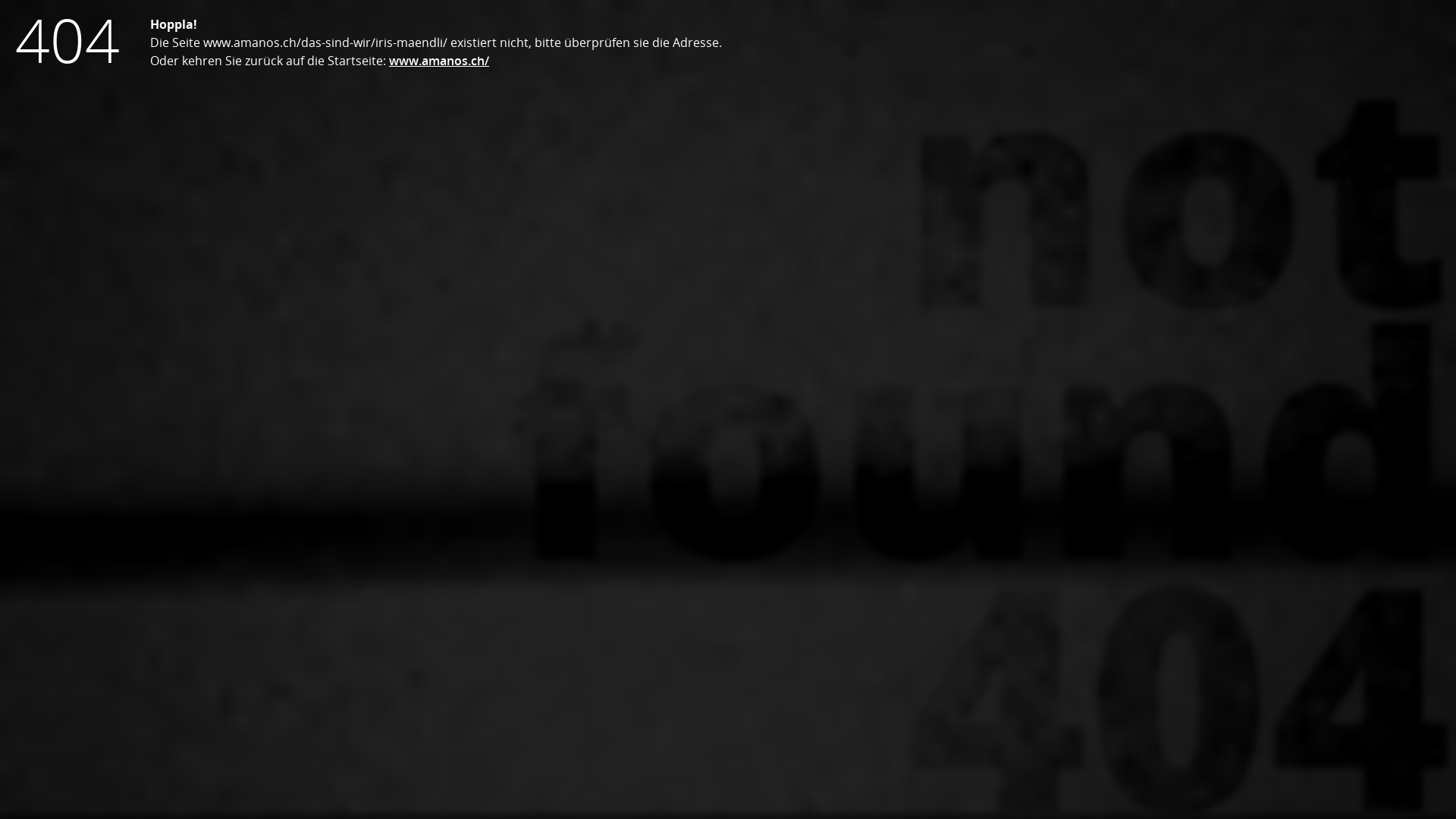  Describe the element at coordinates (389, 60) in the screenshot. I see `'www.amanos.ch/'` at that location.